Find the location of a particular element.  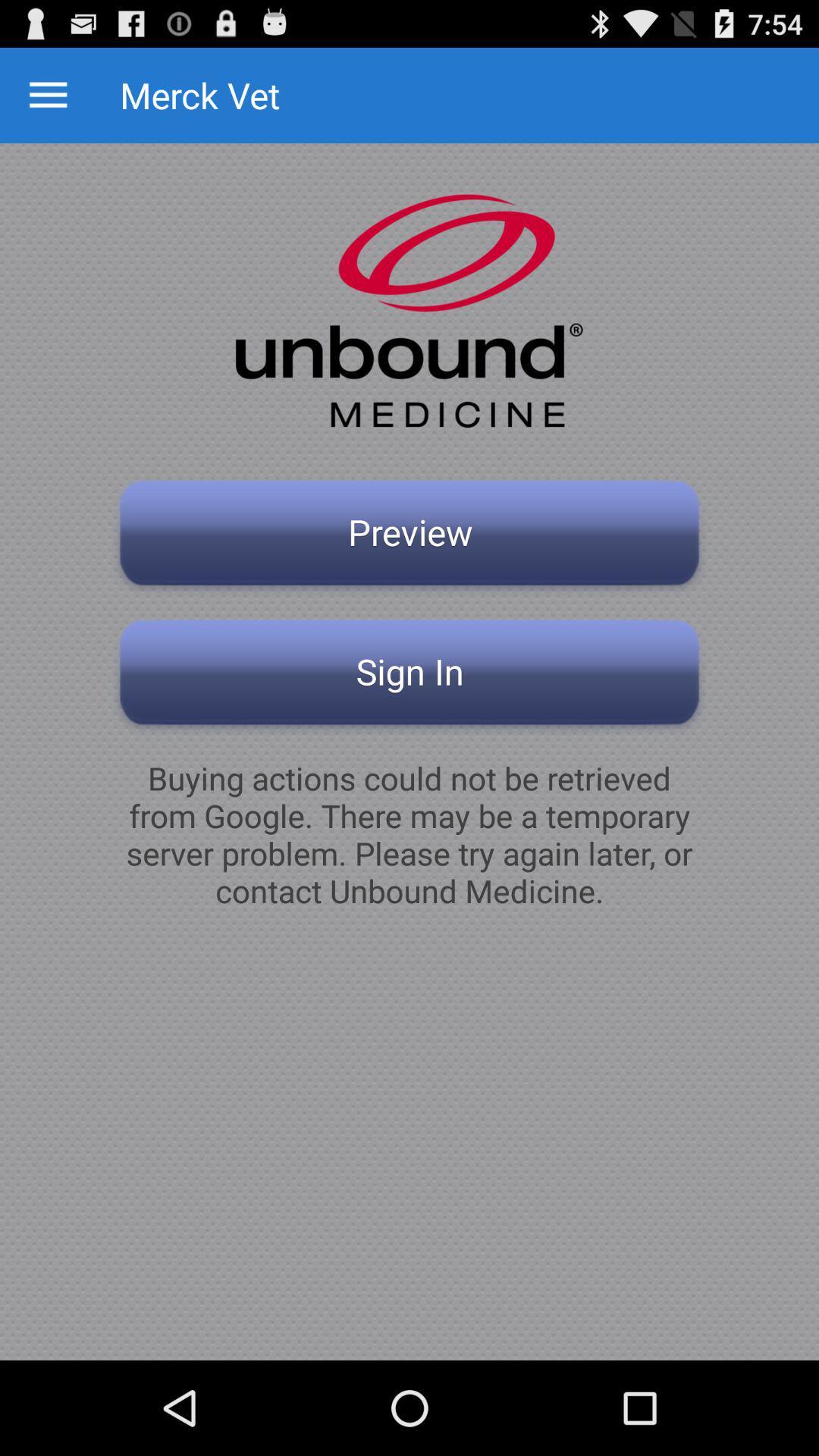

item above the sign in icon is located at coordinates (409, 537).